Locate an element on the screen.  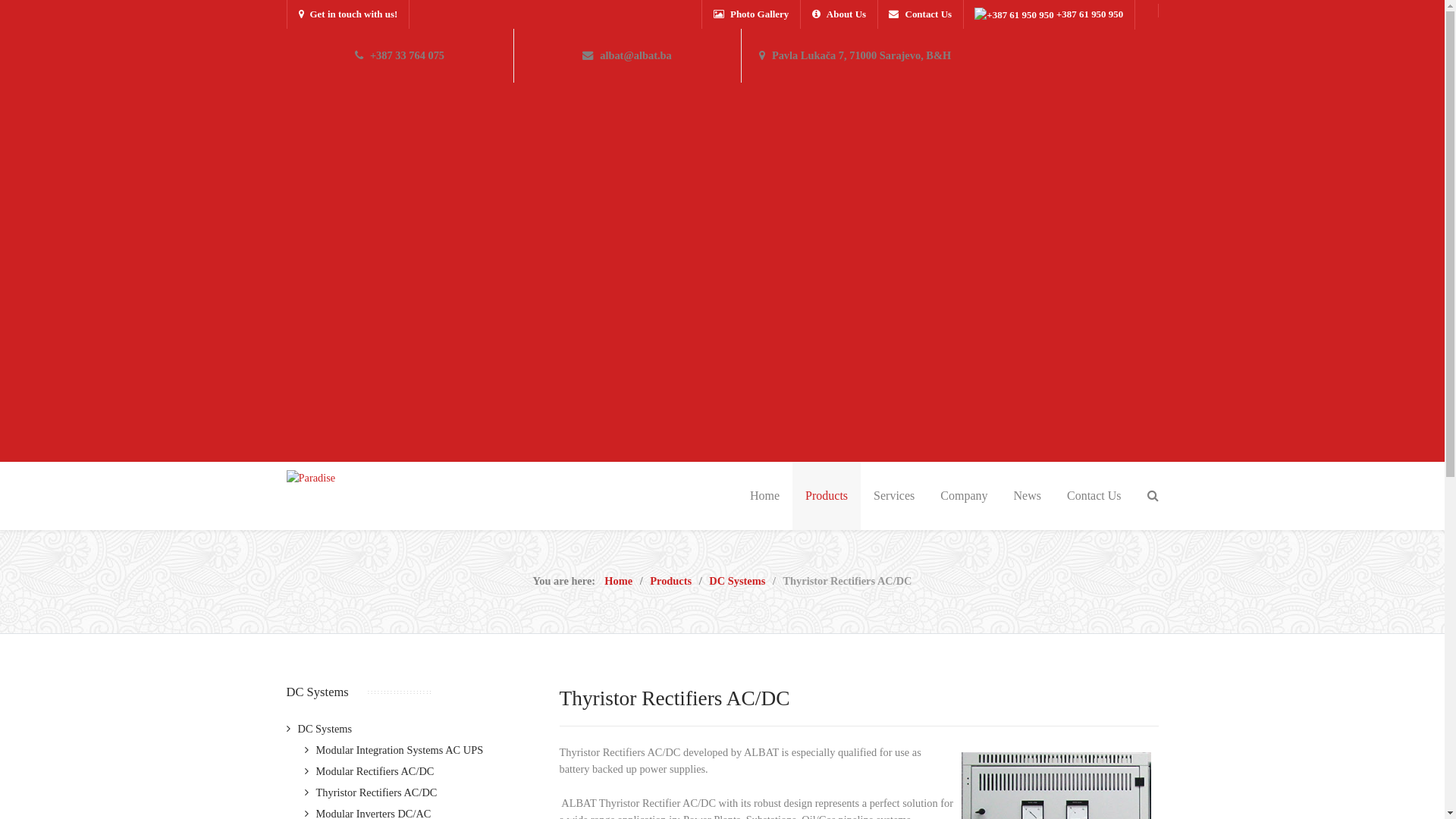
'Home' is located at coordinates (764, 496).